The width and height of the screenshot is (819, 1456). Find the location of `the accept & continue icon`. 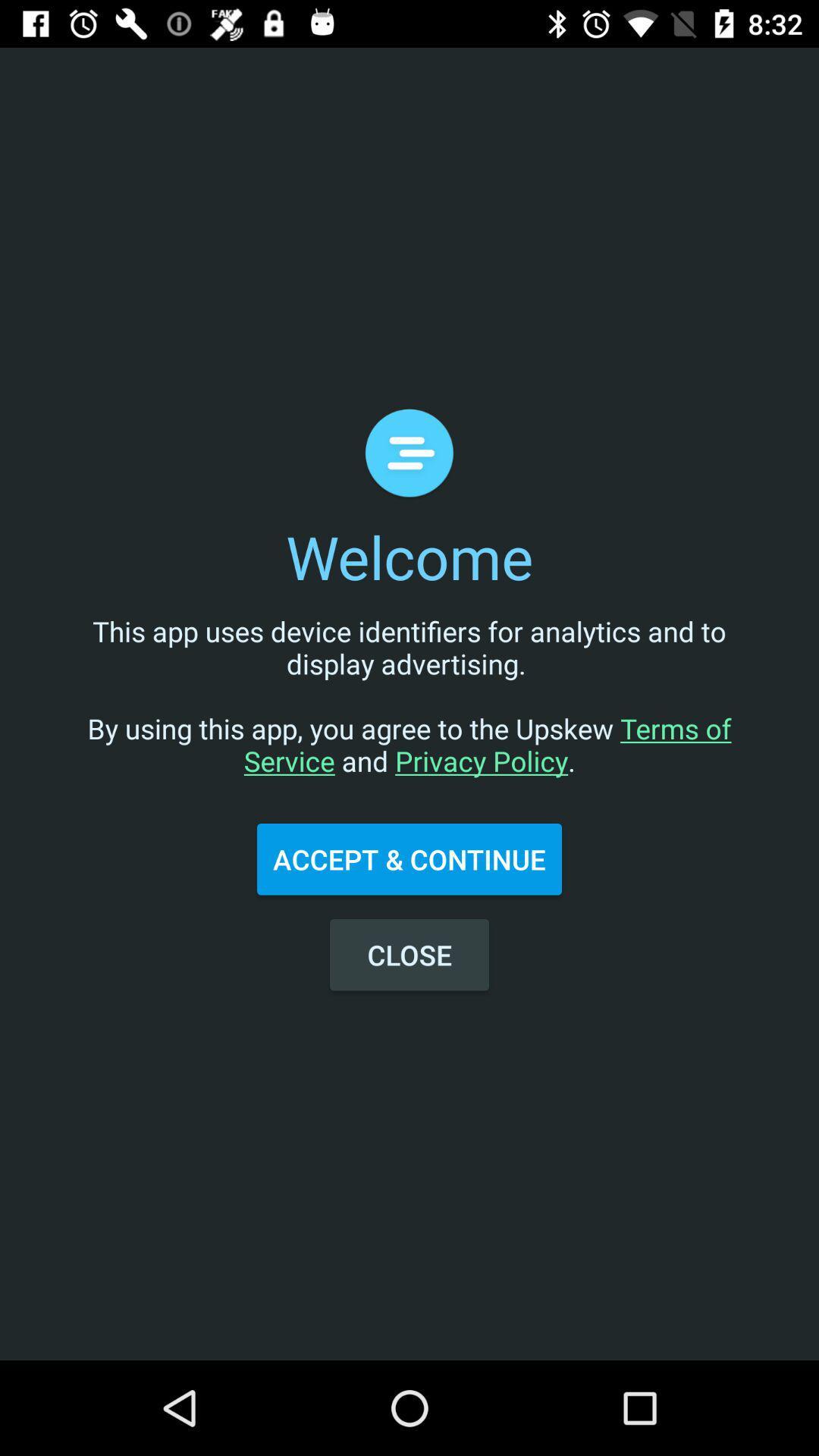

the accept & continue icon is located at coordinates (409, 859).